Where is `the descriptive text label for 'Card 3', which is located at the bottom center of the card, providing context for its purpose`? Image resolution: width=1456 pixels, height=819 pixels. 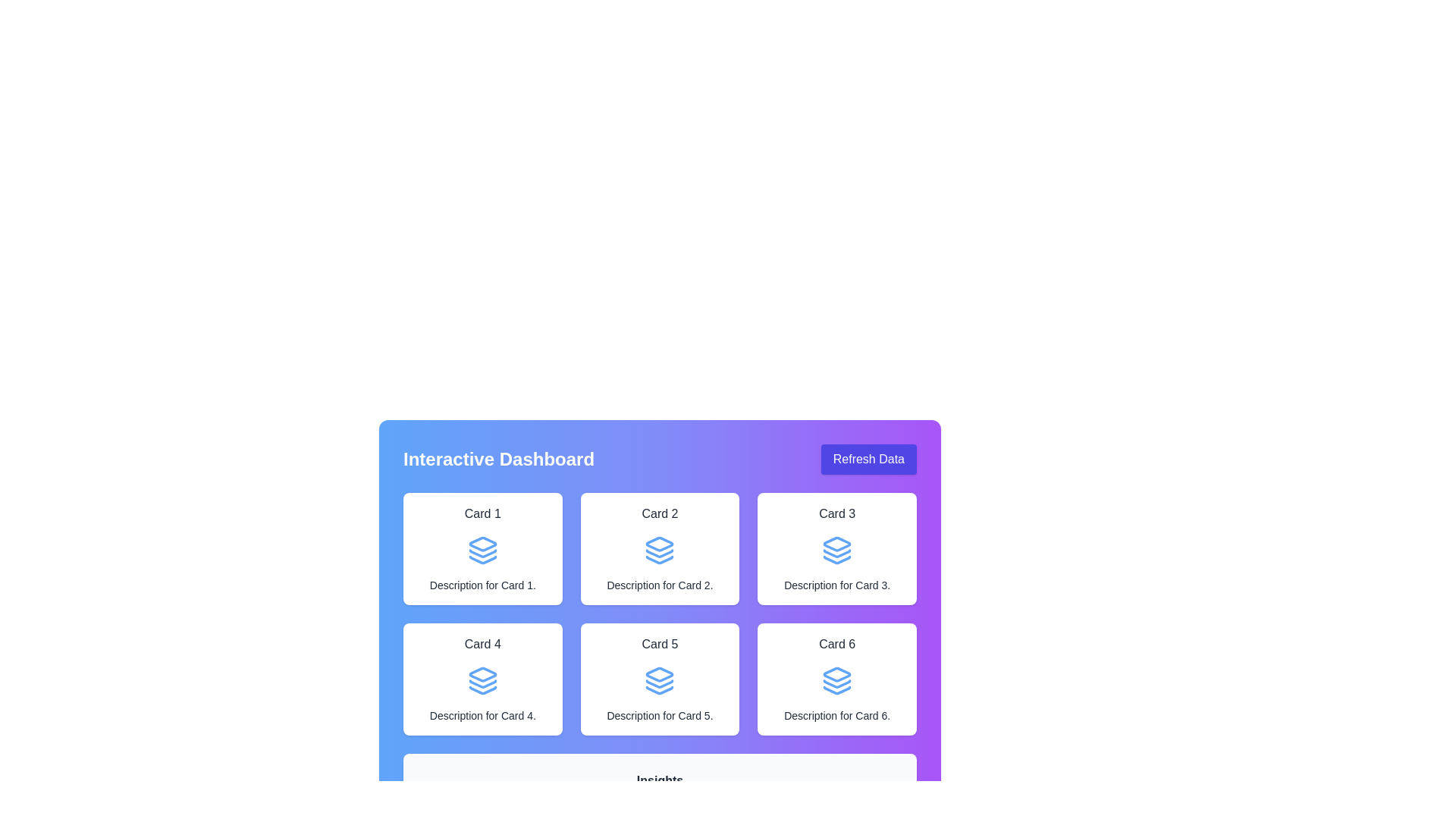 the descriptive text label for 'Card 3', which is located at the bottom center of the card, providing context for its purpose is located at coordinates (836, 584).